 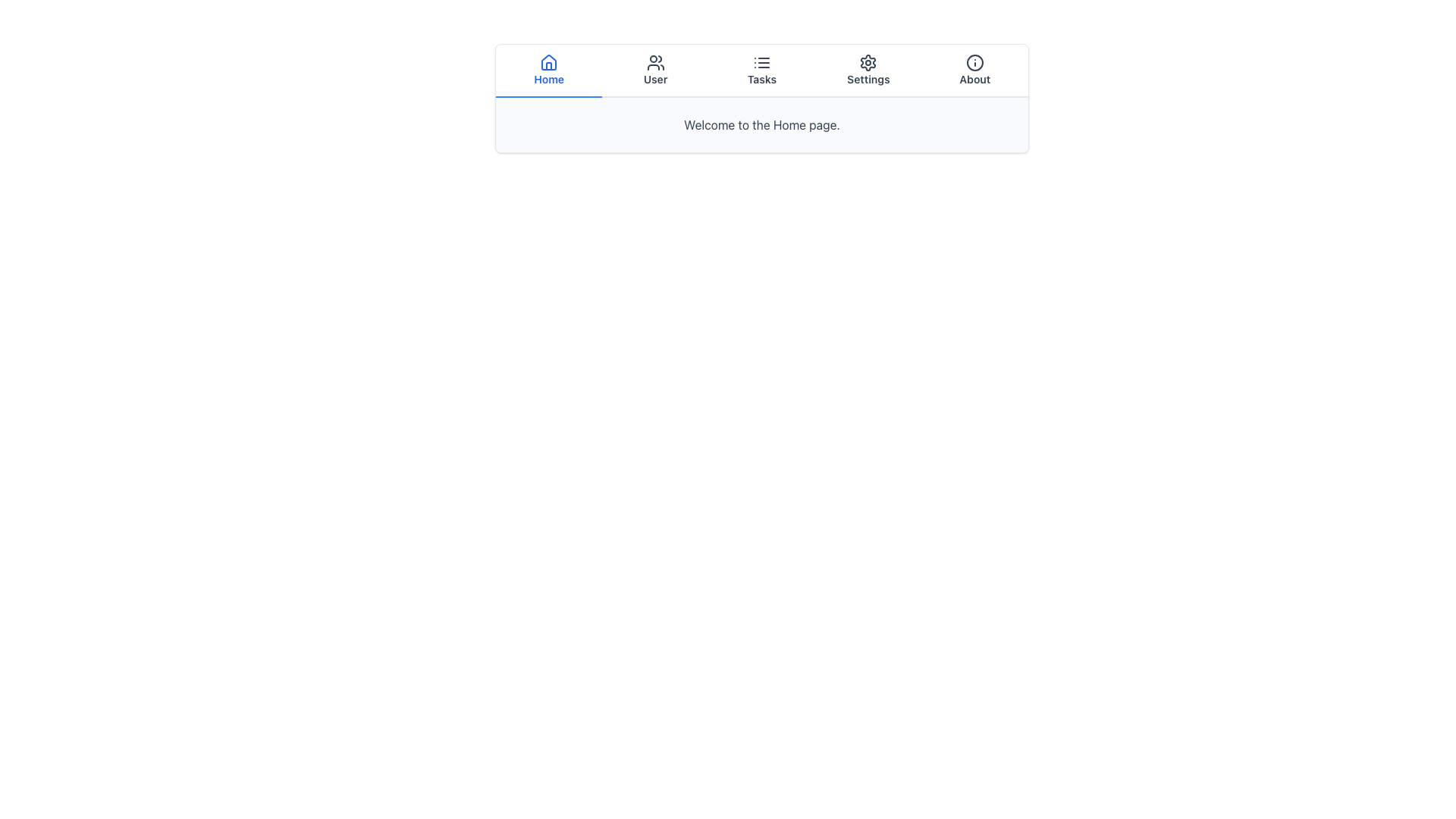 I want to click on the house icon located at the top-left of the navigation panel, which is styled with a blue and white outline and positioned above the text 'Home', so click(x=548, y=62).